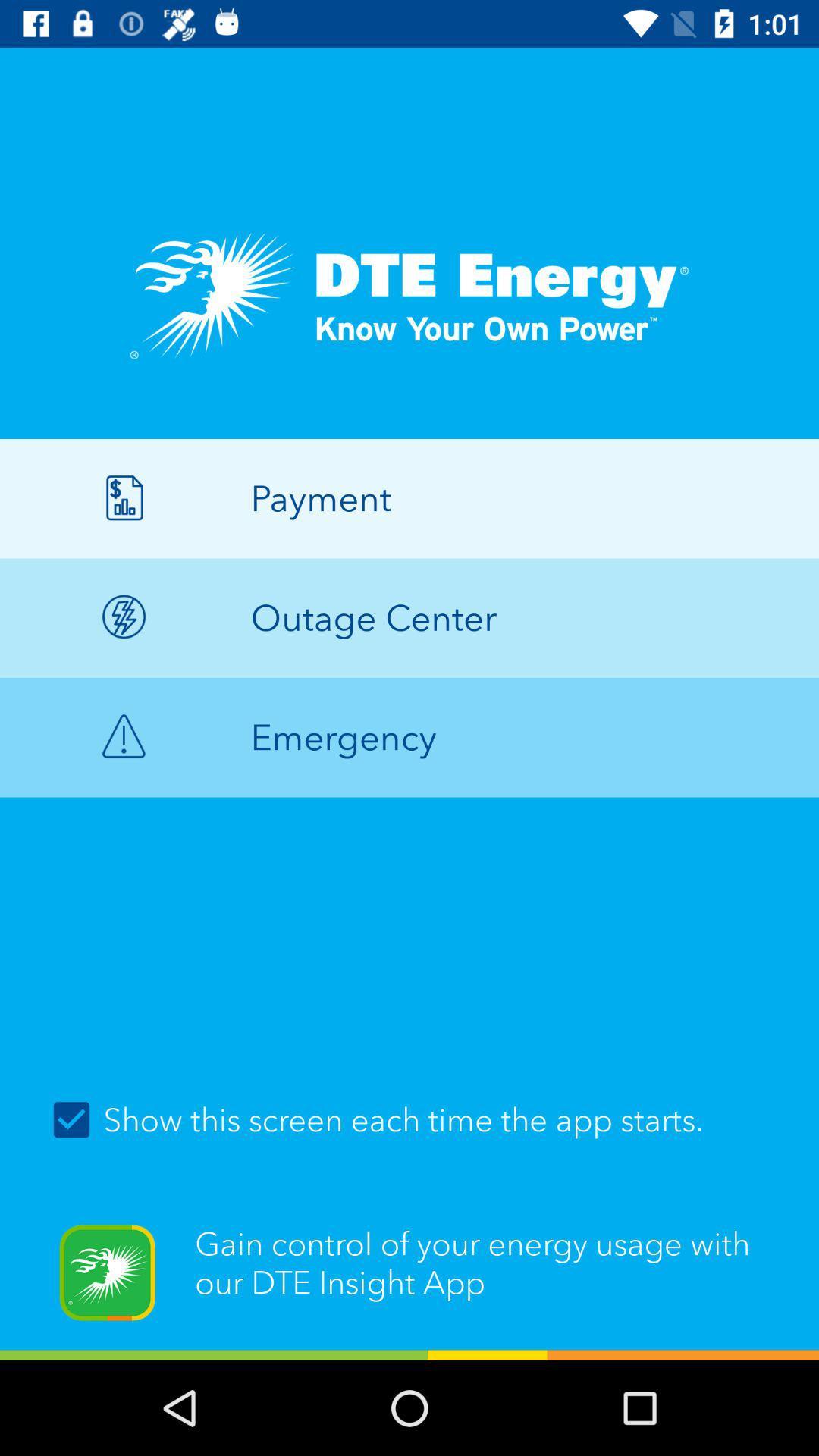 Image resolution: width=819 pixels, height=1456 pixels. Describe the element at coordinates (409, 498) in the screenshot. I see `the payment icon` at that location.